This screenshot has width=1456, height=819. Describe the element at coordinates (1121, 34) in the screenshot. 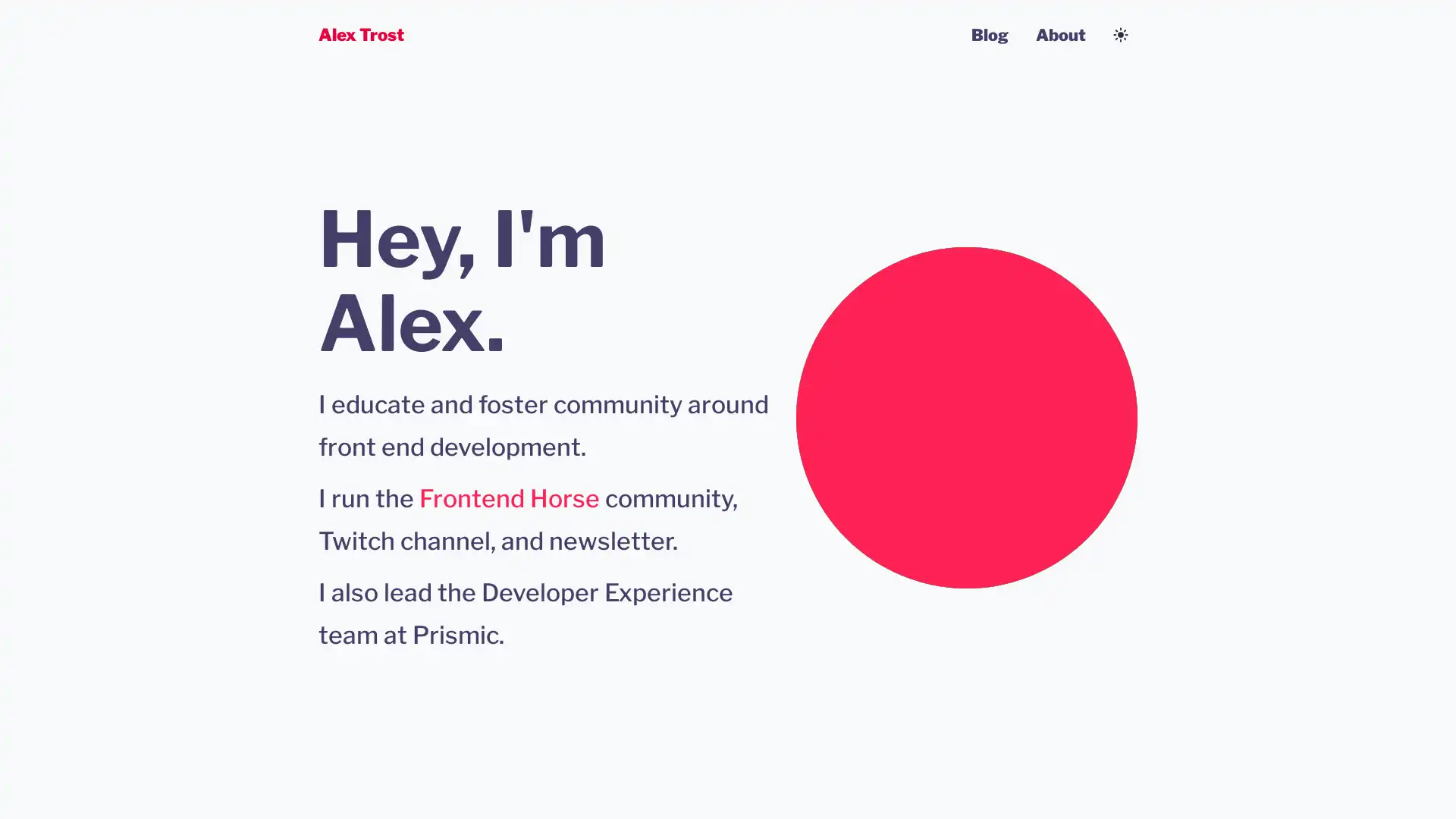

I see `Change to dark mode` at that location.